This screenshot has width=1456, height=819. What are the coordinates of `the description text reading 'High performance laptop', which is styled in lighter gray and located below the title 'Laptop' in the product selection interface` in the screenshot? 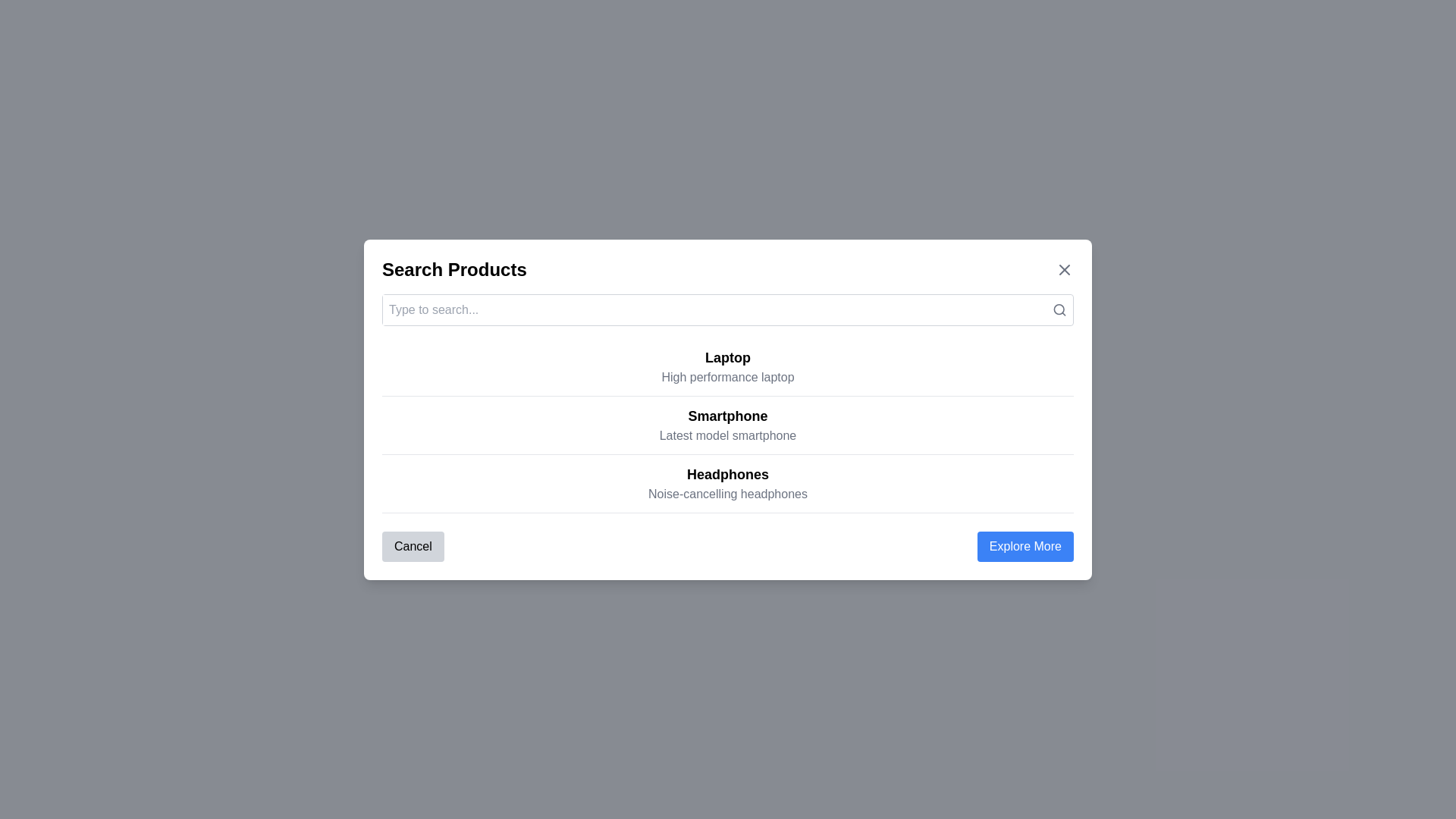 It's located at (728, 376).